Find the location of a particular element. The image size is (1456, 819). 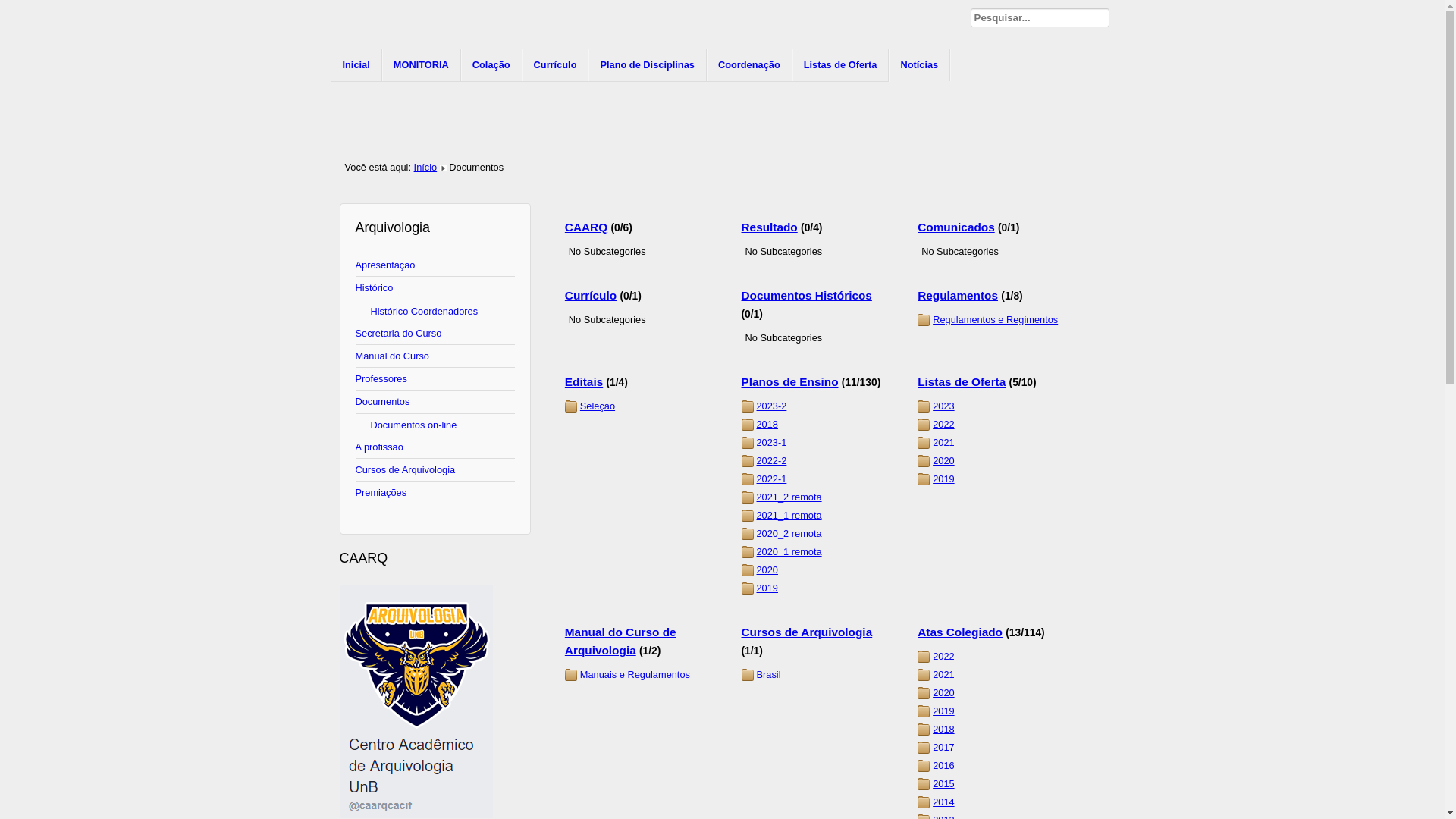

'Atas Colegiado' is located at coordinates (959, 632).